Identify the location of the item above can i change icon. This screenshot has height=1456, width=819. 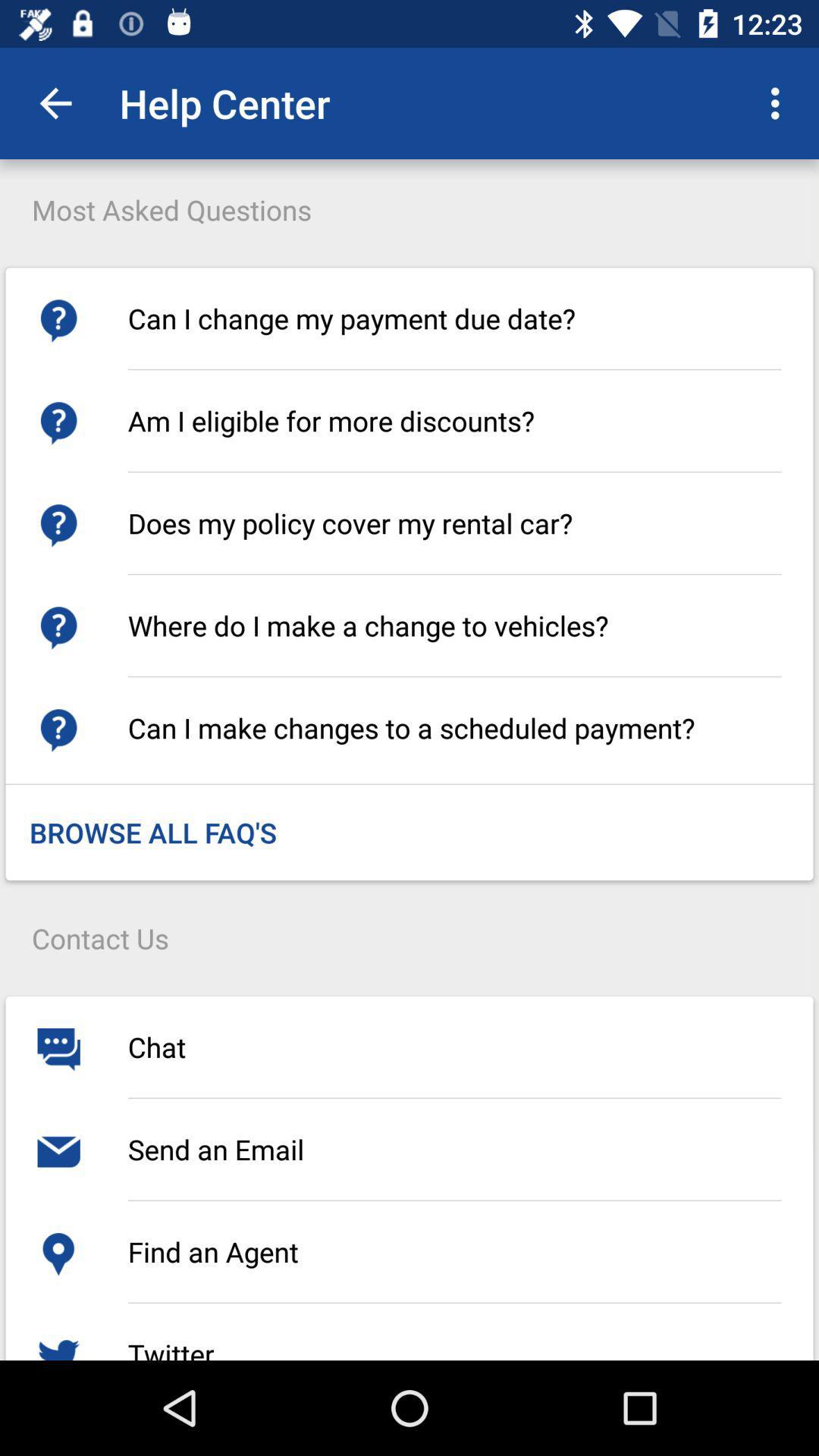
(779, 102).